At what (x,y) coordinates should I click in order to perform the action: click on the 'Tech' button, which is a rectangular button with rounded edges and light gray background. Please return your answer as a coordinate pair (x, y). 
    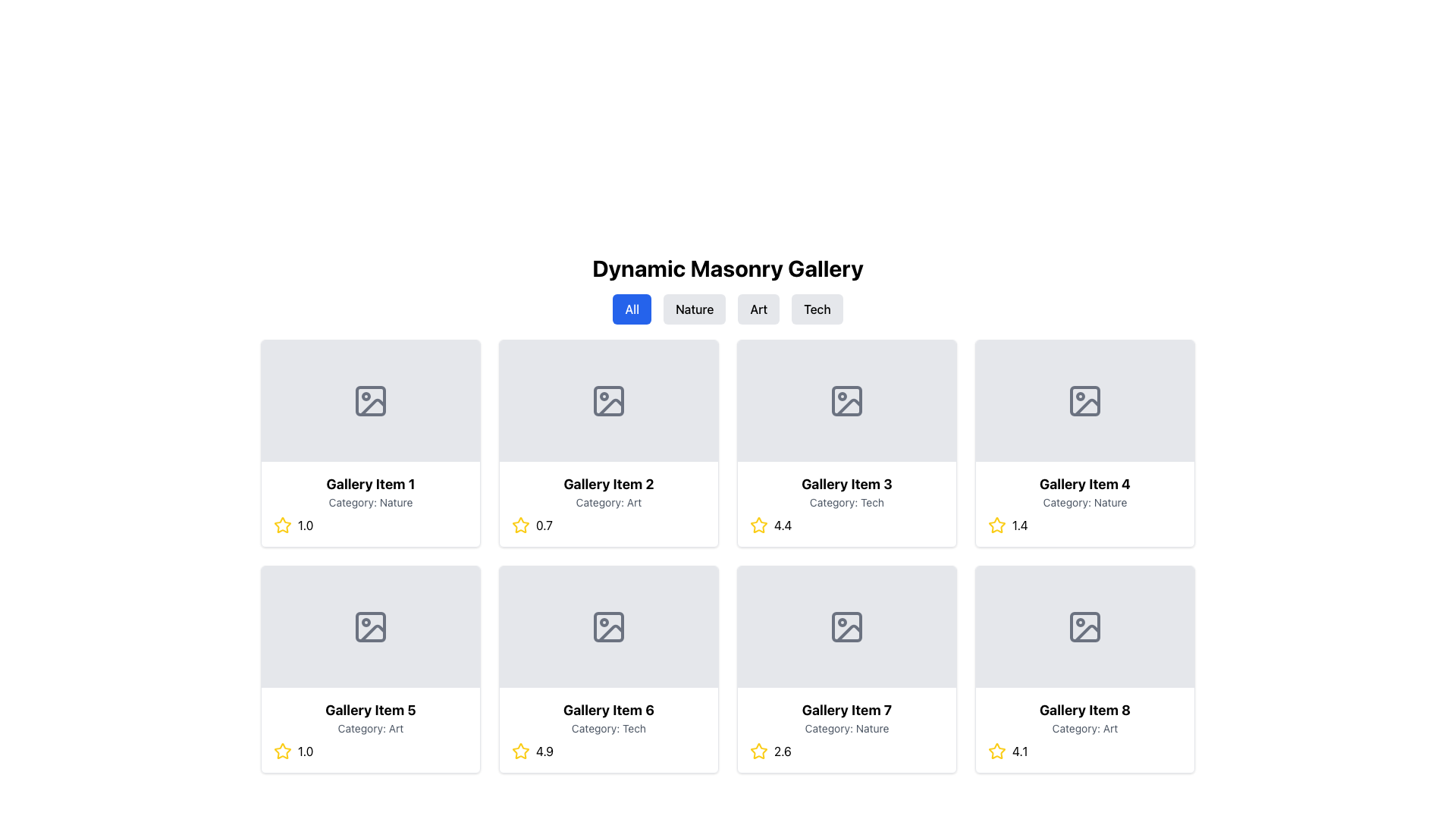
    Looking at the image, I should click on (815, 309).